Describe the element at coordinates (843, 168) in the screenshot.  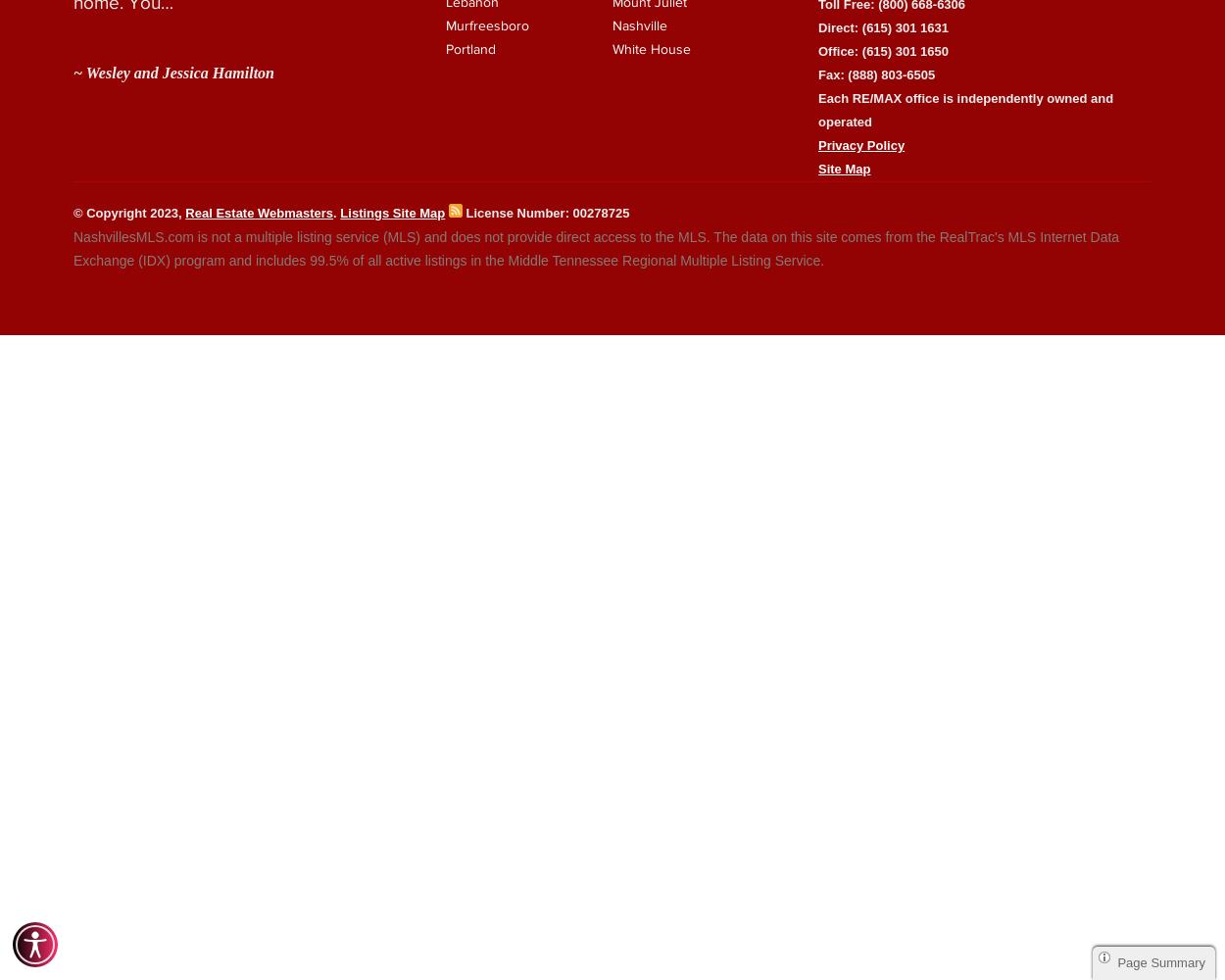
I see `'Site Map'` at that location.